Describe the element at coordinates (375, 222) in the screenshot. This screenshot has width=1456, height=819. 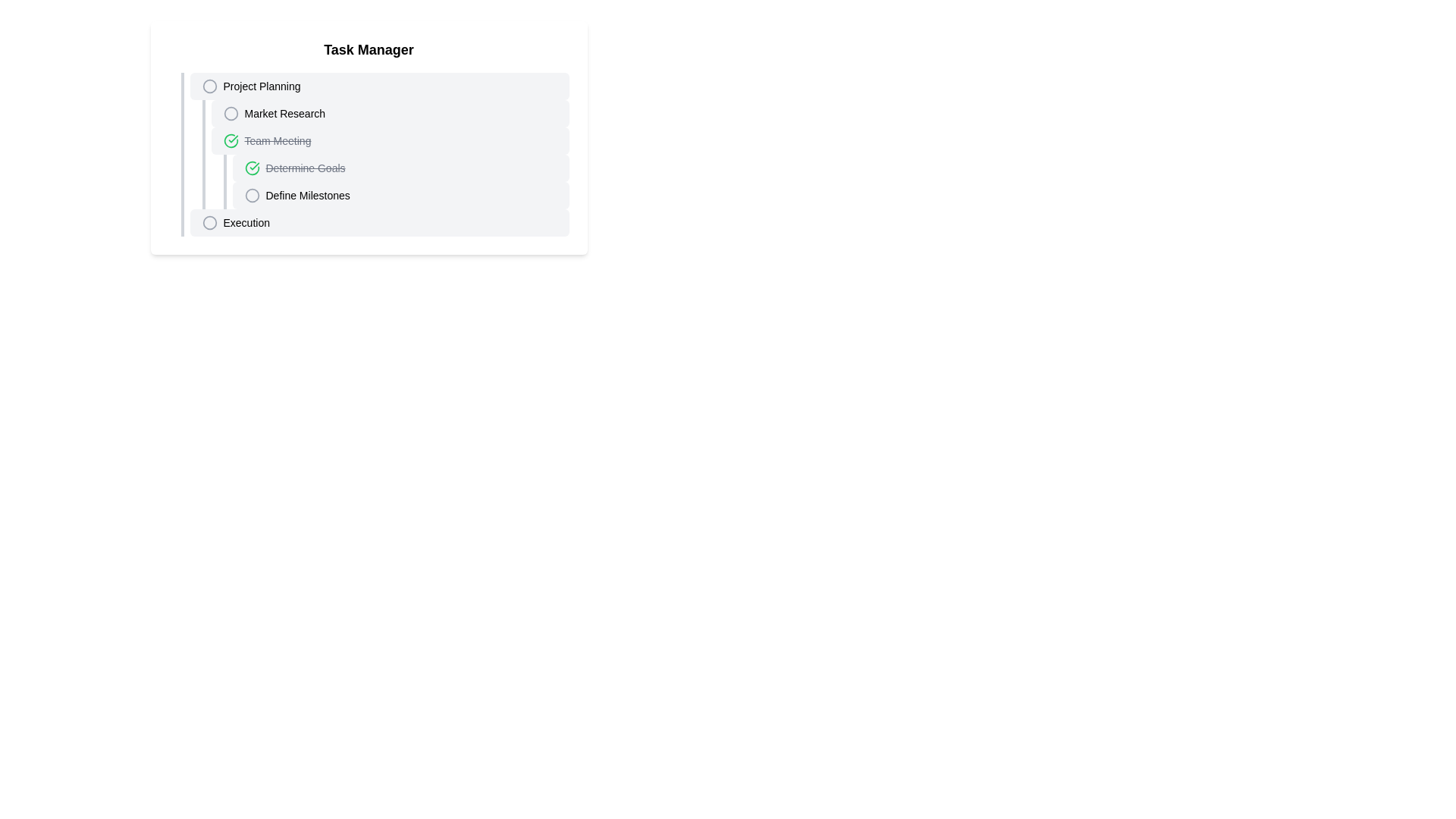
I see `the 'Execution' task step in the task manager interface` at that location.